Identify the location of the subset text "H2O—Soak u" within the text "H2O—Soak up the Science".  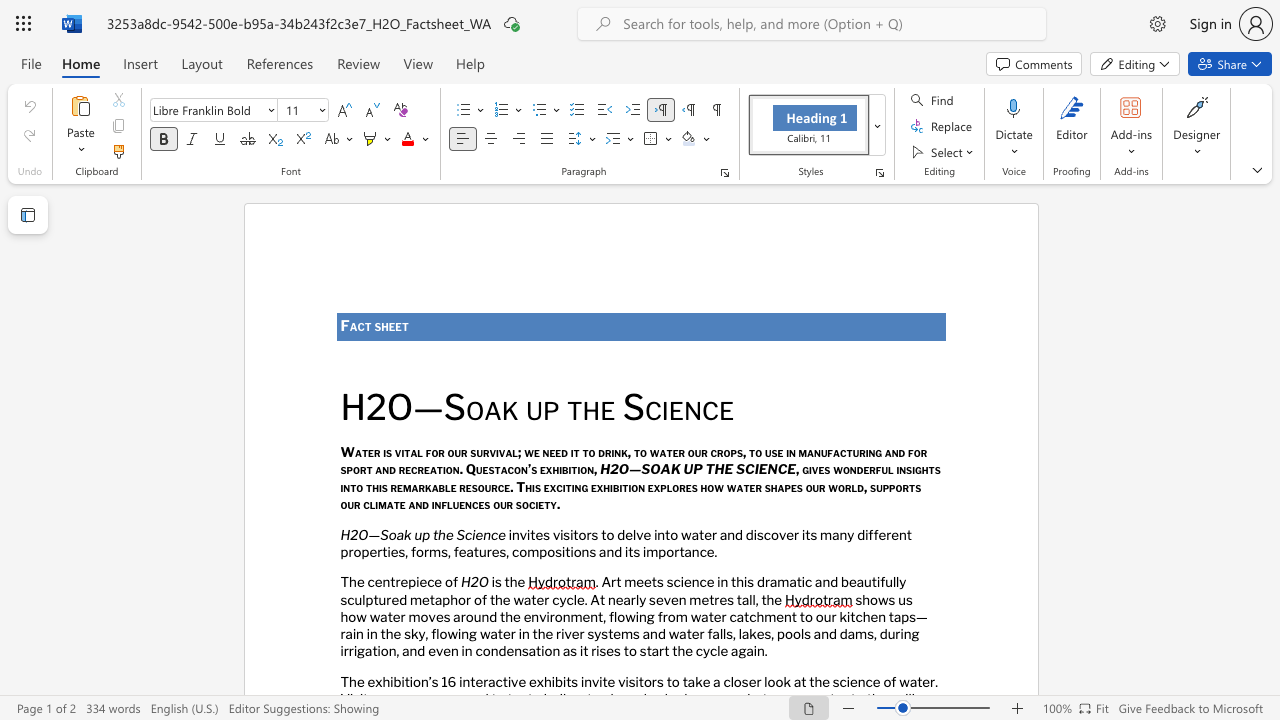
(340, 406).